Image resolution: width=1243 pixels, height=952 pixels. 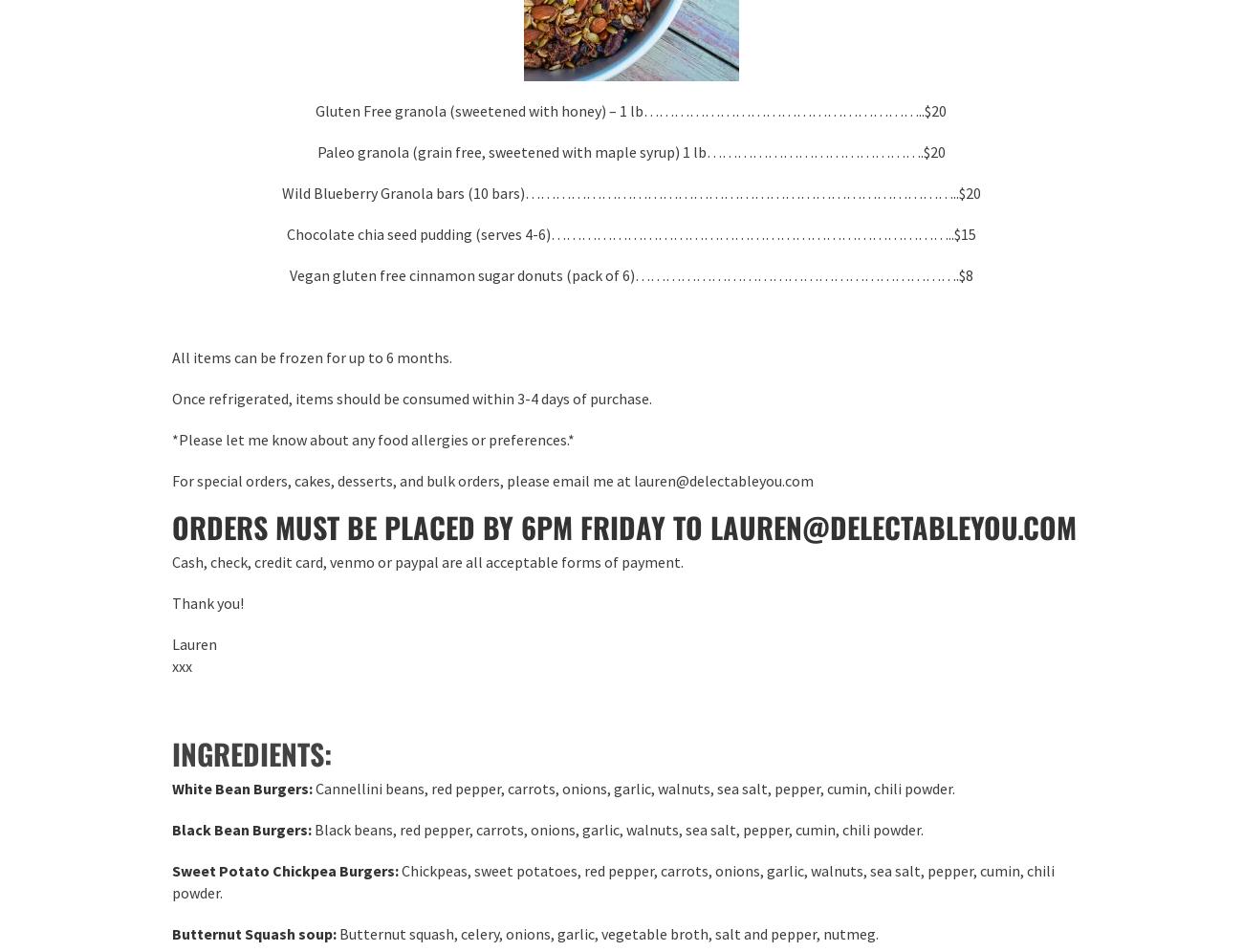 What do you see at coordinates (311, 357) in the screenshot?
I see `'All items can be frozen for up to 6 months.'` at bounding box center [311, 357].